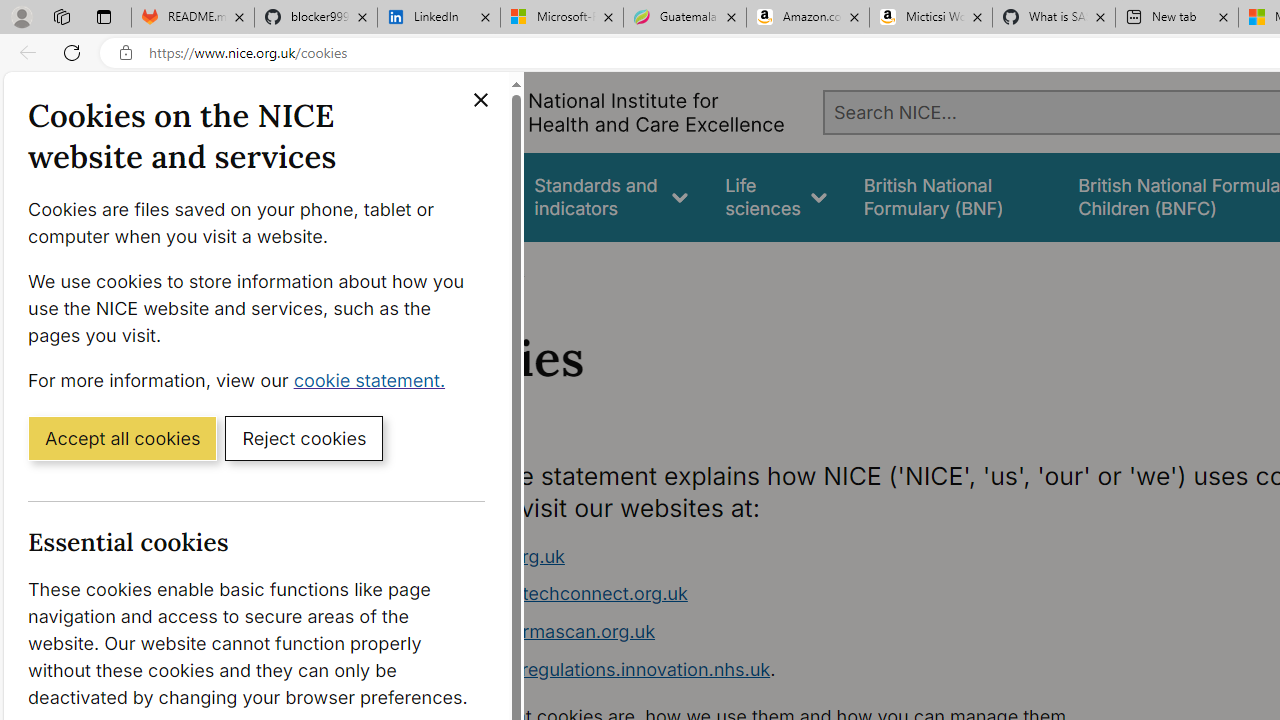 This screenshot has width=1280, height=720. I want to click on 'Guidance', so click(457, 197).